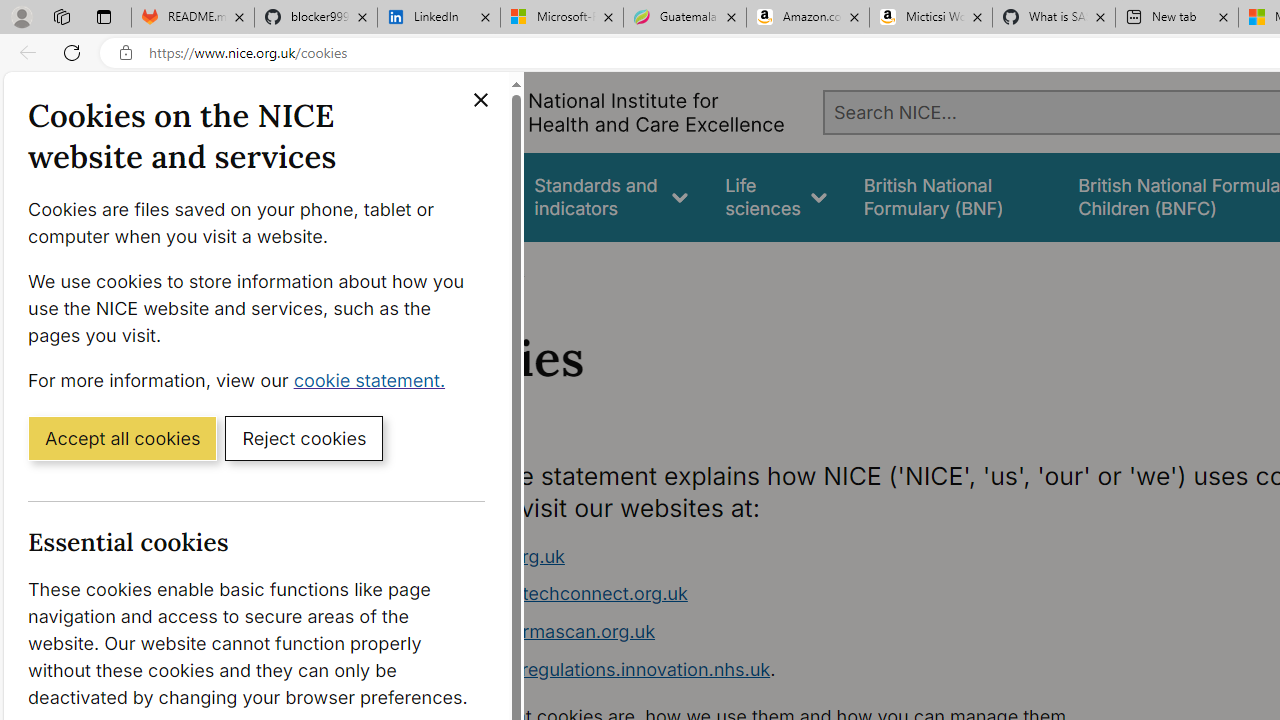 This screenshot has width=1280, height=720. I want to click on 'Guidance', so click(457, 197).